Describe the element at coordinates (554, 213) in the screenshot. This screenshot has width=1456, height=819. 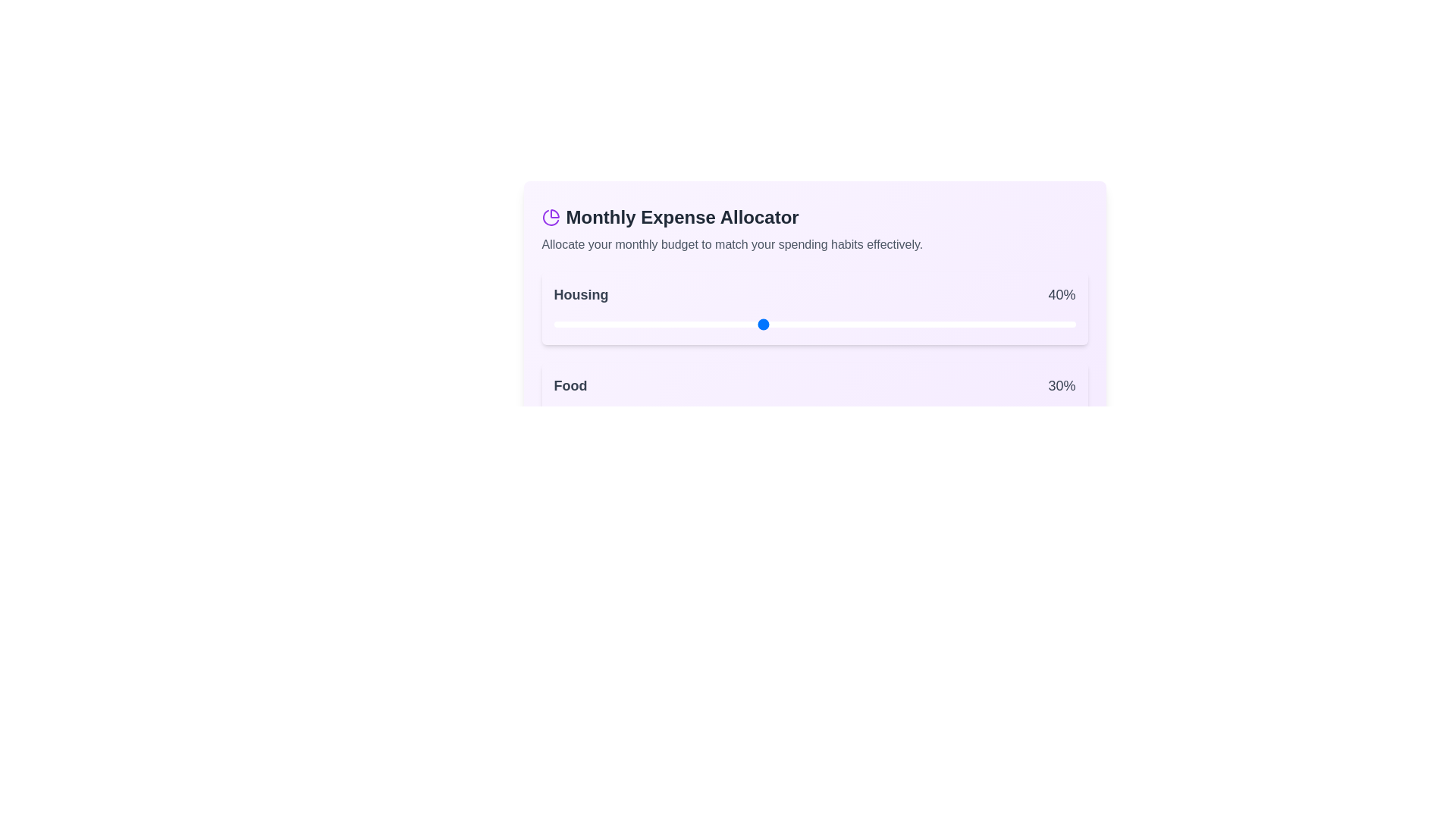
I see `the upper-right quadrant of the pie chart graphic, which is part of the icon preceding the 'Monthly Expense Allocator' text headline` at that location.